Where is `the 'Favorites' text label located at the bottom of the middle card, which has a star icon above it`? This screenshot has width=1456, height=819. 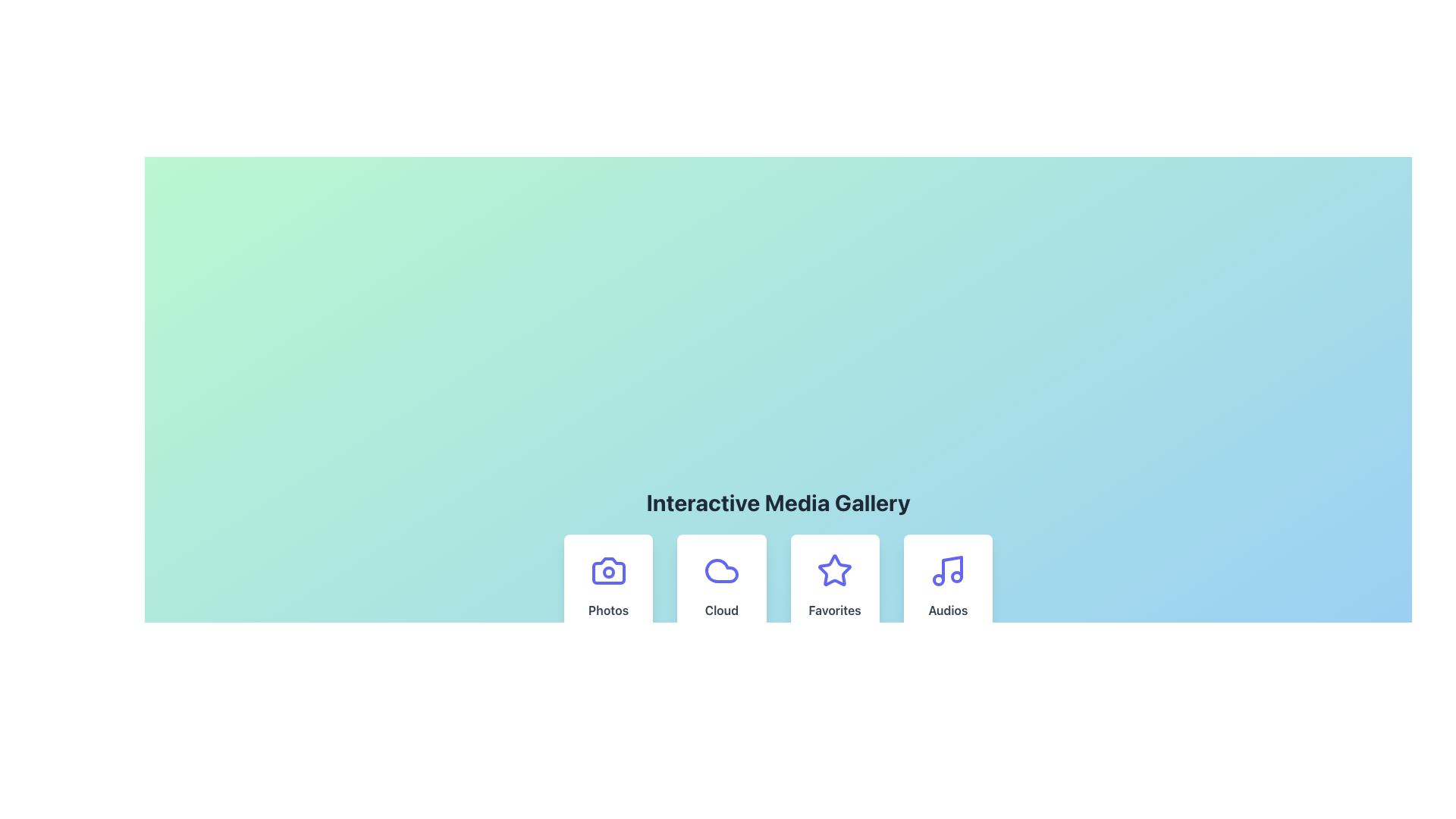
the 'Favorites' text label located at the bottom of the middle card, which has a star icon above it is located at coordinates (834, 610).